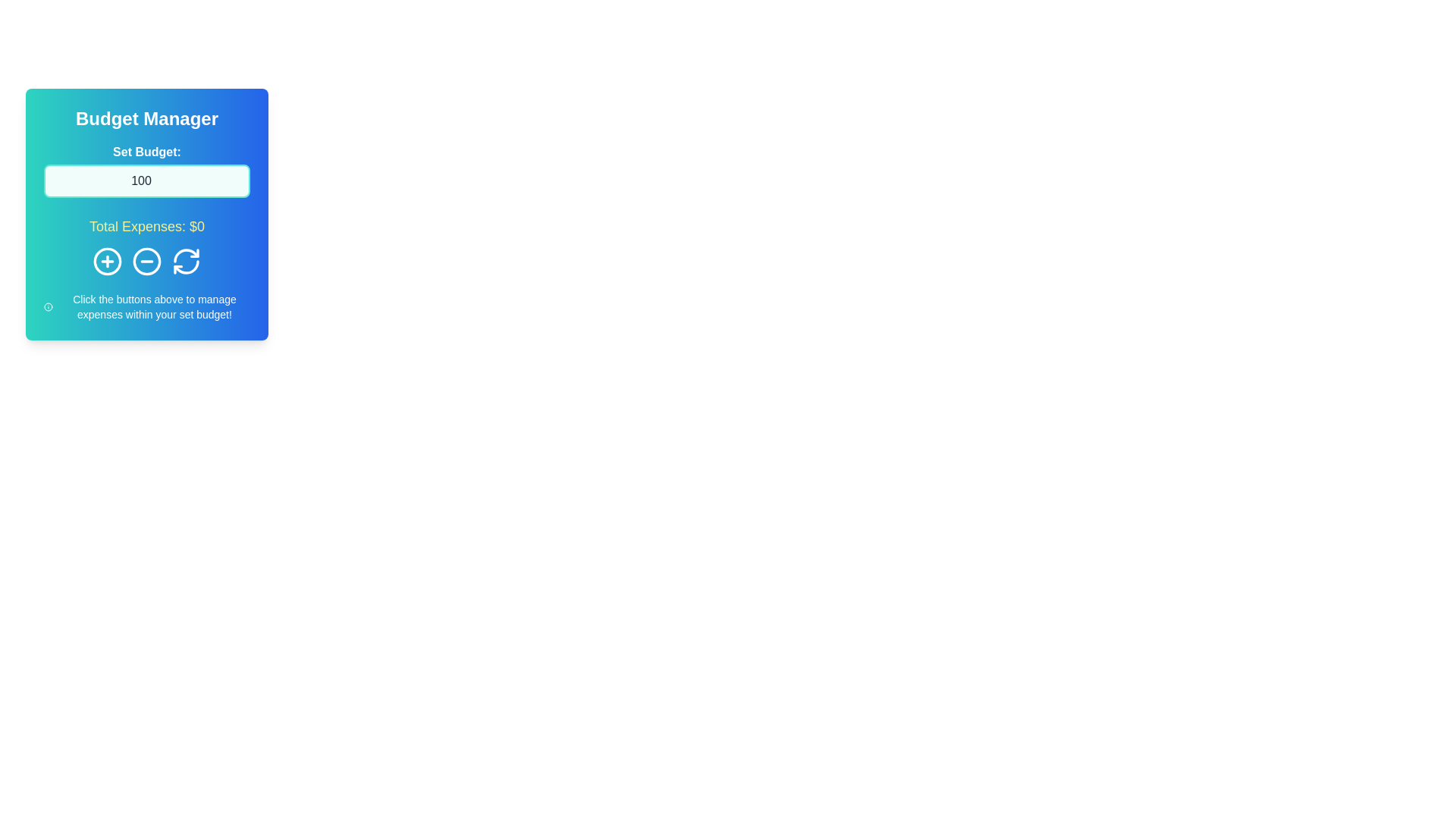  I want to click on the 'minus' icon button in the 'Budget Manager' card, which is the middle button in a trio of action buttons, so click(146, 260).